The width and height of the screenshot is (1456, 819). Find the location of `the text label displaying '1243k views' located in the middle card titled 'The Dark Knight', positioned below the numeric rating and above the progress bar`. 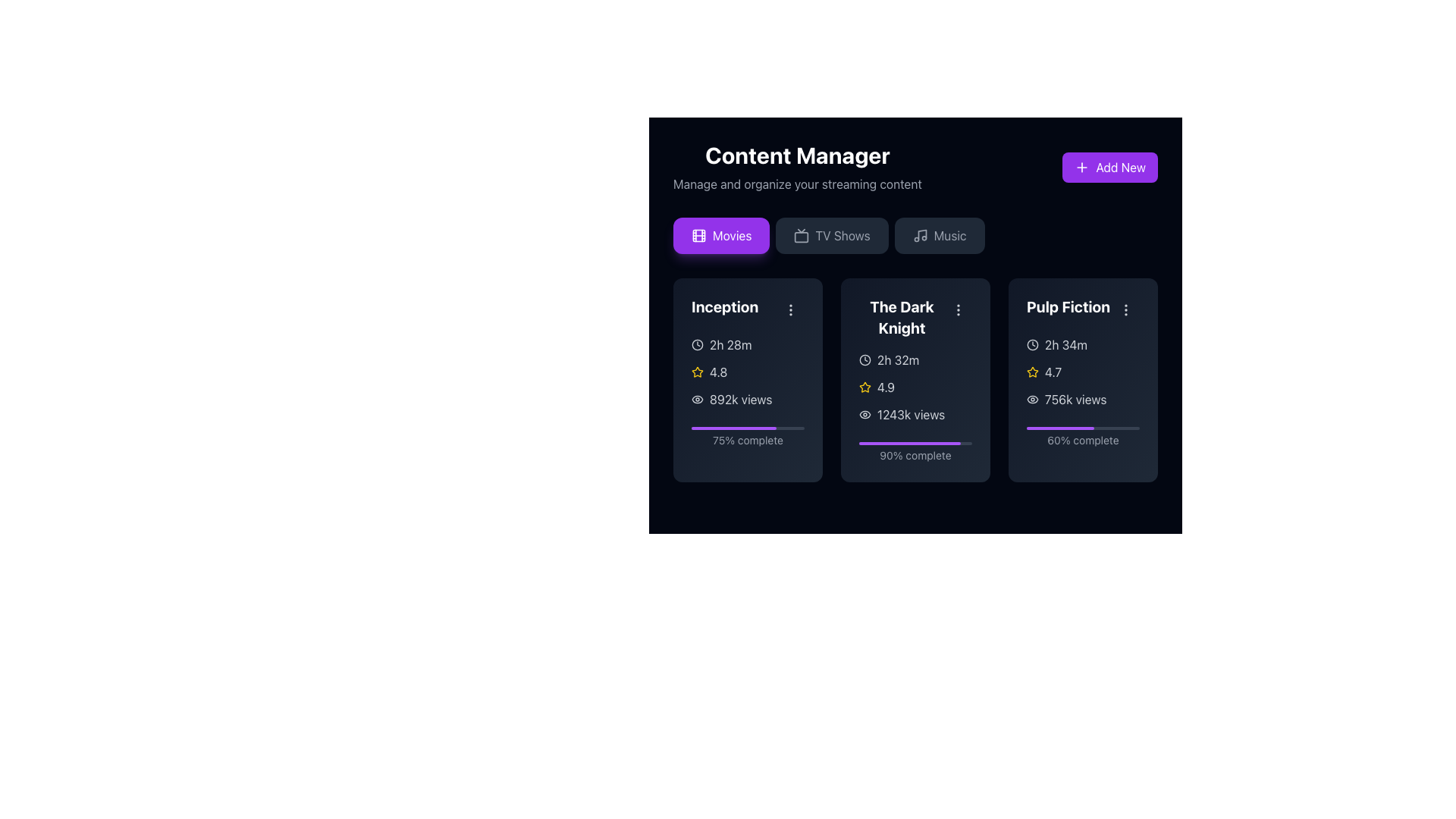

the text label displaying '1243k views' located in the middle card titled 'The Dark Knight', positioned below the numeric rating and above the progress bar is located at coordinates (910, 415).